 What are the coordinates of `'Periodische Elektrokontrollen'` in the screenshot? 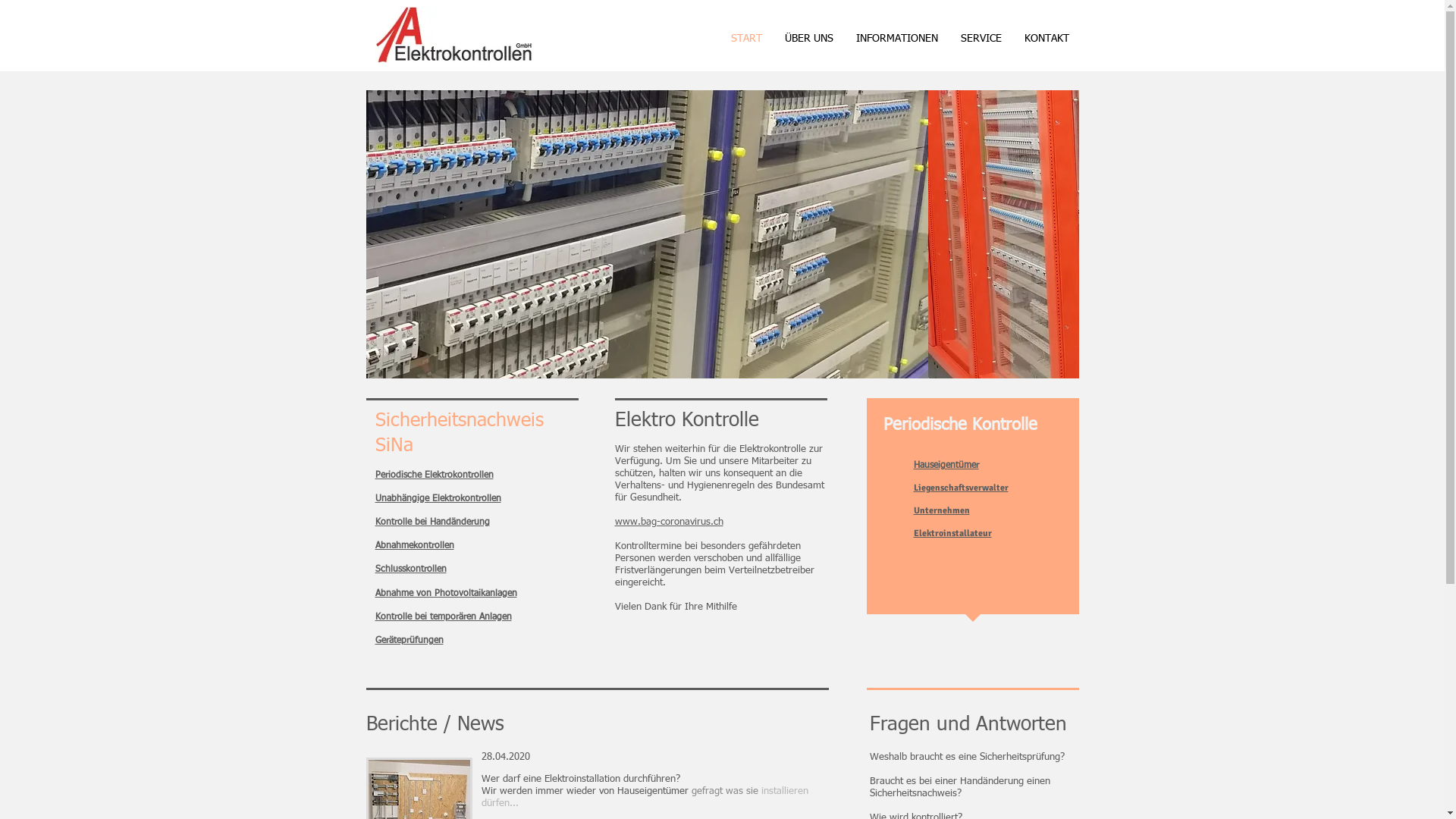 It's located at (432, 475).